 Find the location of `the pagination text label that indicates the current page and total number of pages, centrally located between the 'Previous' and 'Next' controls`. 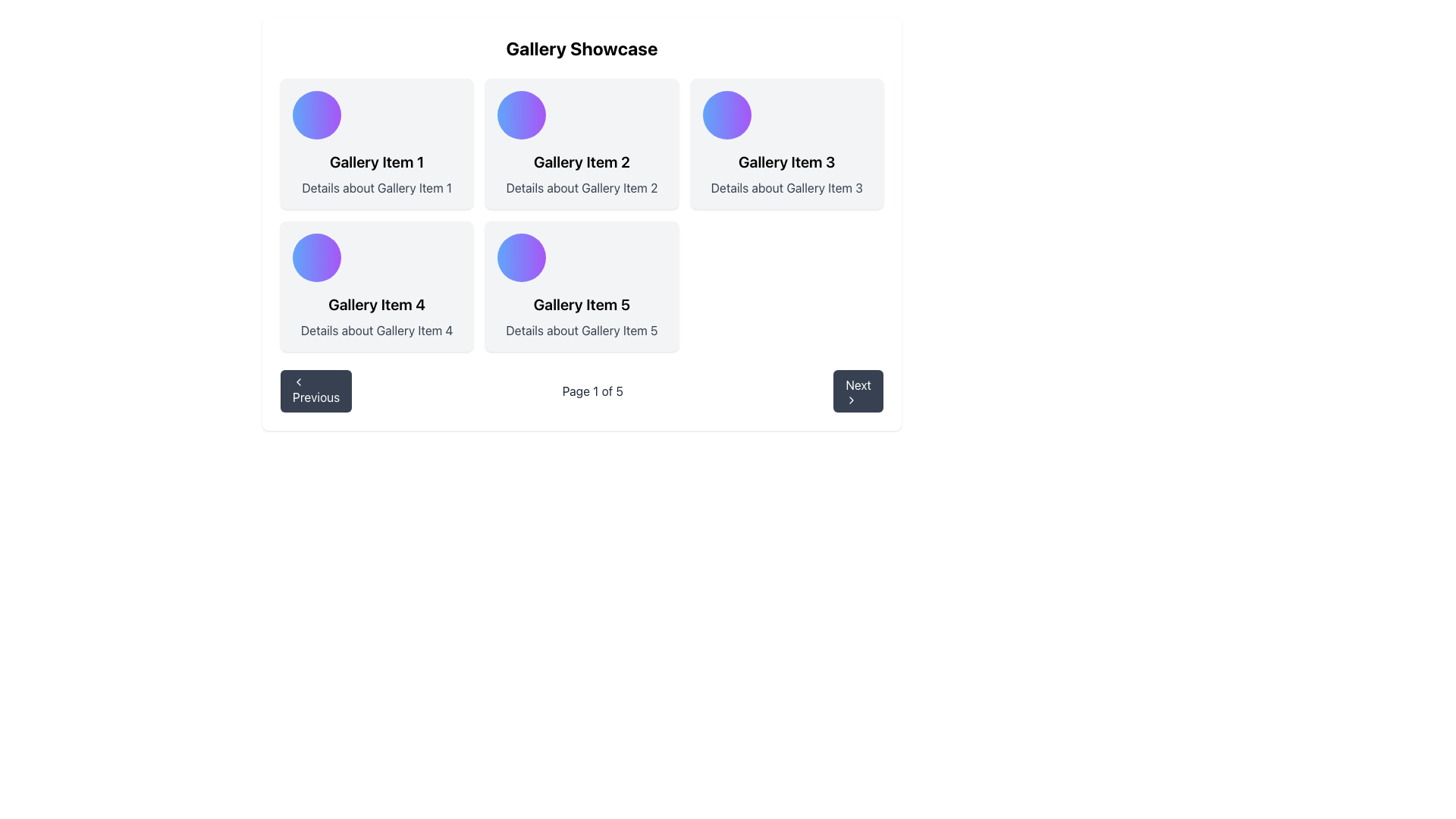

the pagination text label that indicates the current page and total number of pages, centrally located between the 'Previous' and 'Next' controls is located at coordinates (591, 391).